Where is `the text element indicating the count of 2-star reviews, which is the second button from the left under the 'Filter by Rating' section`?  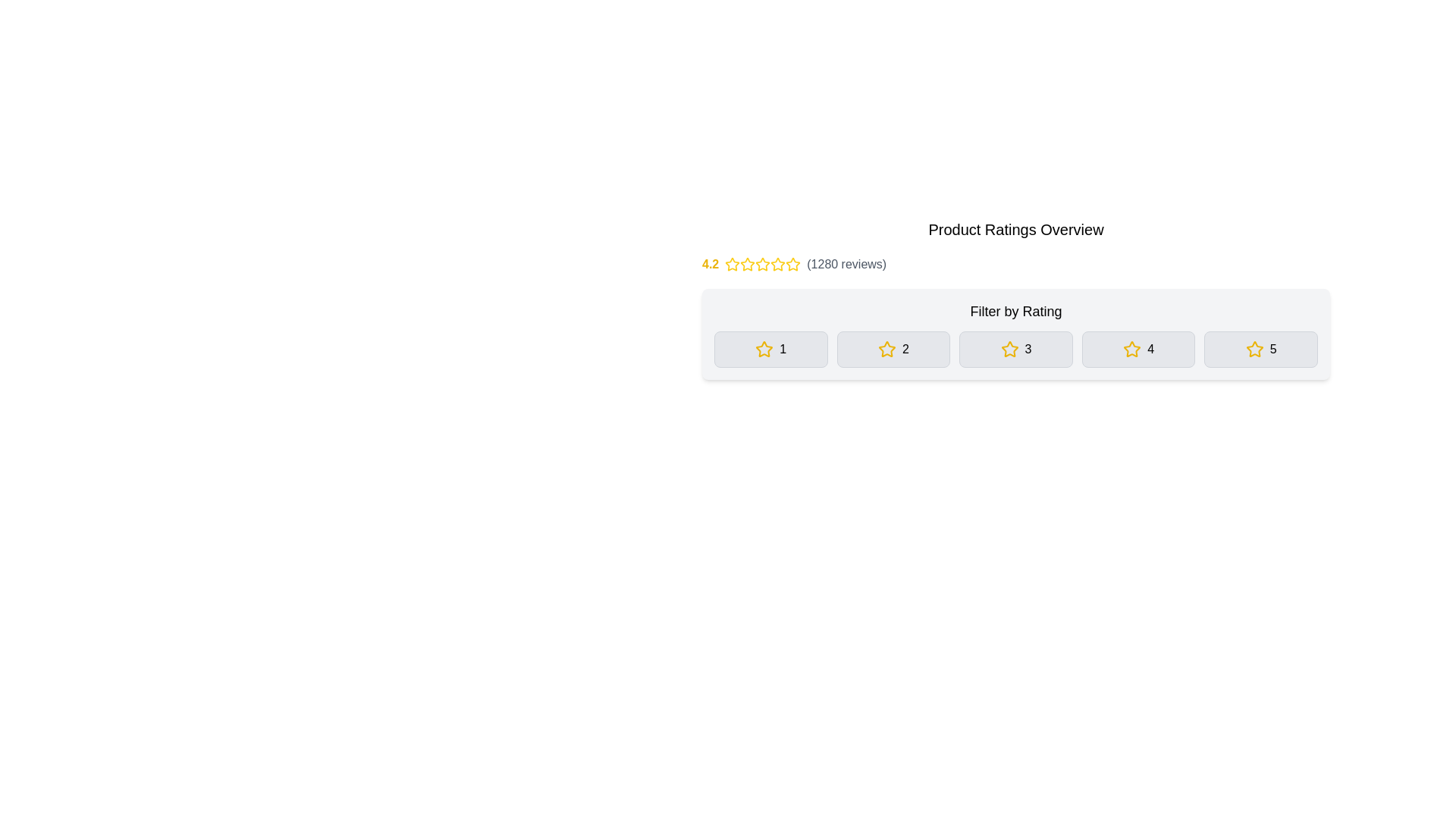 the text element indicating the count of 2-star reviews, which is the second button from the left under the 'Filter by Rating' section is located at coordinates (905, 350).